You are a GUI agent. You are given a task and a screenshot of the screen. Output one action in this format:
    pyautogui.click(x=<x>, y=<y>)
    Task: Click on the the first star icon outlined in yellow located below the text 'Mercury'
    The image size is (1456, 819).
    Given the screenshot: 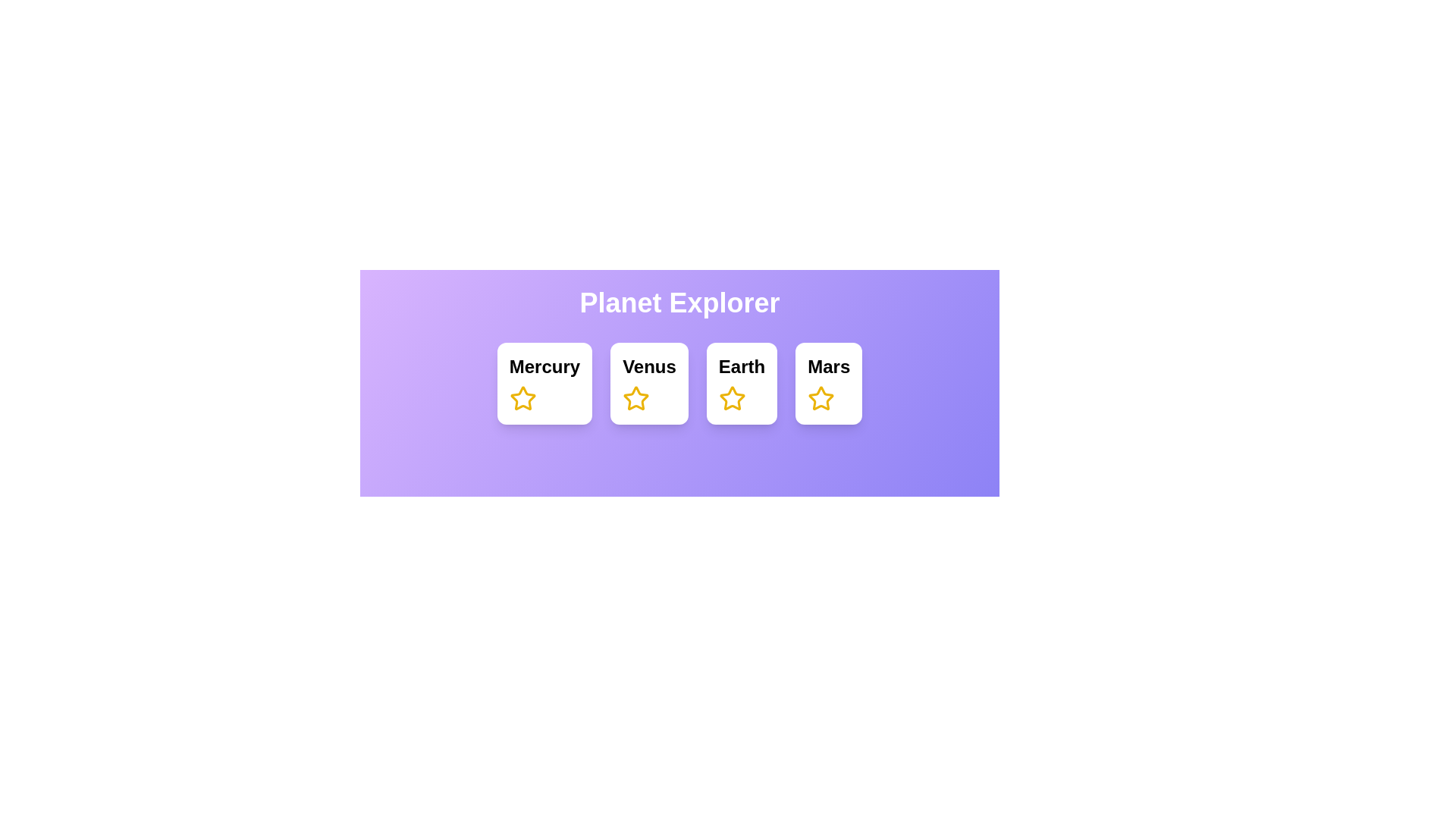 What is the action you would take?
    pyautogui.click(x=522, y=397)
    